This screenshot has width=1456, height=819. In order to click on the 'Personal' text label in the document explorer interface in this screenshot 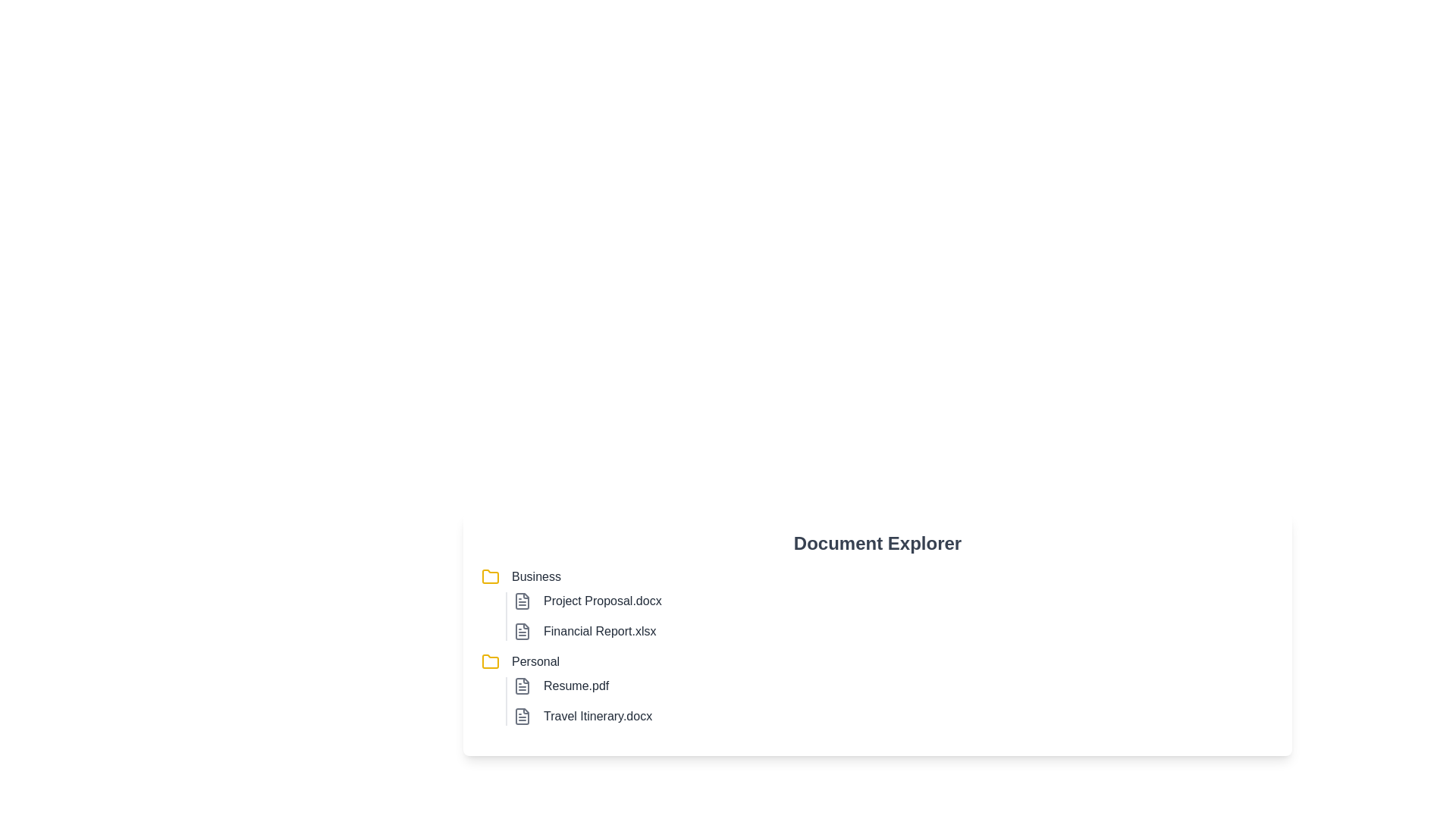, I will do `click(535, 661)`.